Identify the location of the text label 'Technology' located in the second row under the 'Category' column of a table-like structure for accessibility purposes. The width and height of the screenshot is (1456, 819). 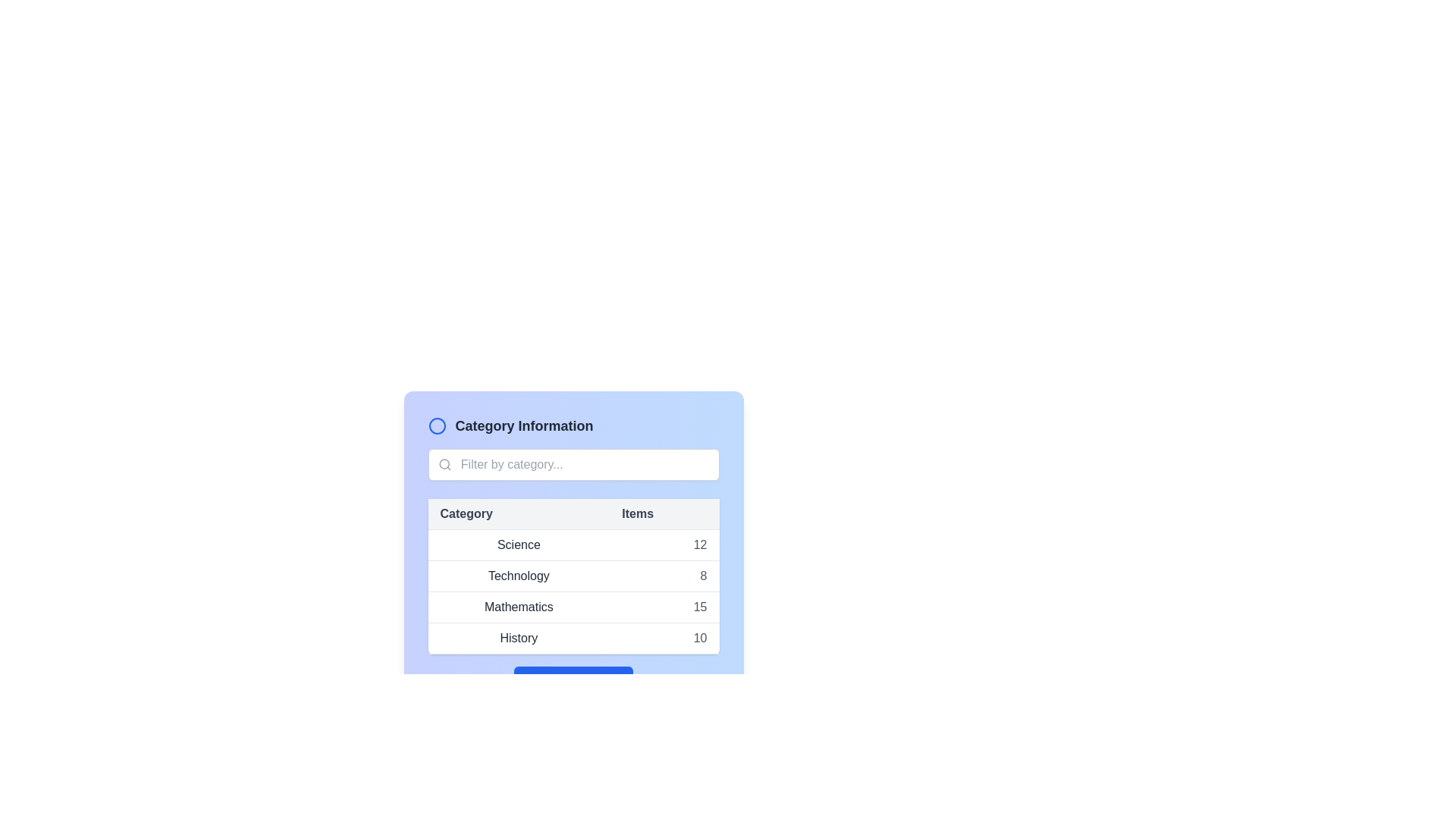
(519, 576).